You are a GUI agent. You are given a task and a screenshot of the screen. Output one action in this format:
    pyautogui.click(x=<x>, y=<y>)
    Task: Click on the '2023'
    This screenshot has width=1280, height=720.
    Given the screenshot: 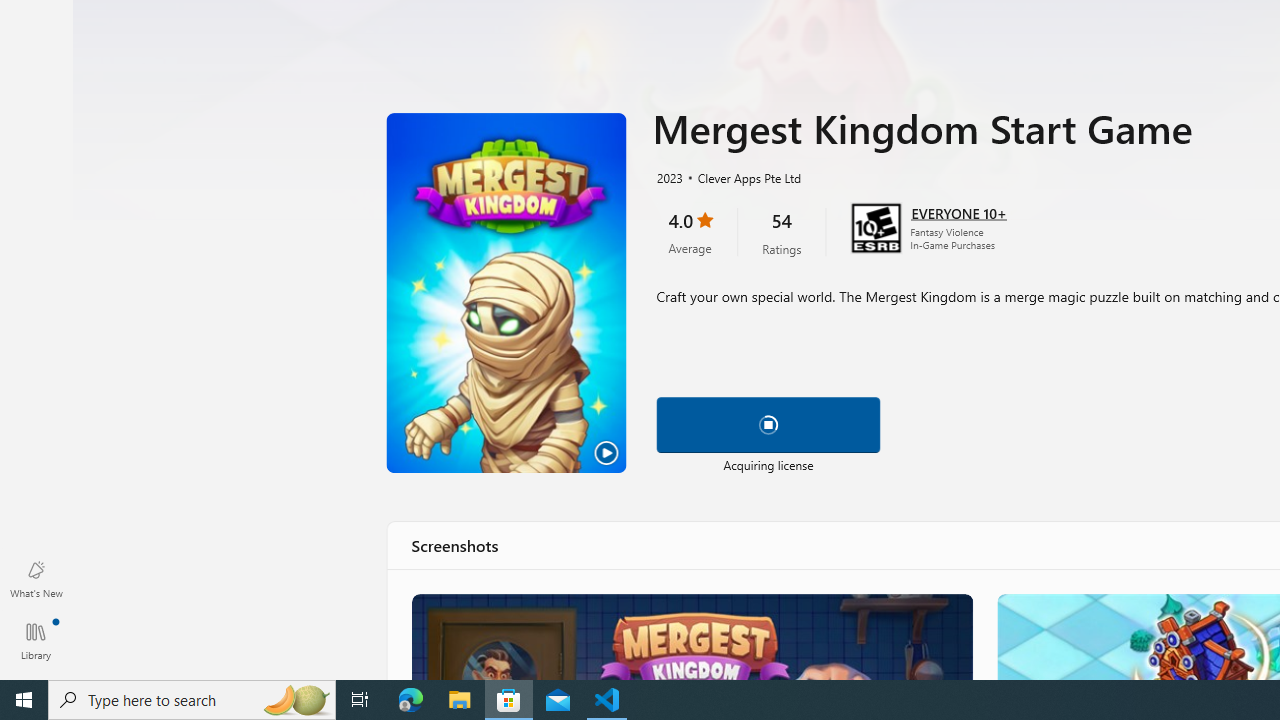 What is the action you would take?
    pyautogui.click(x=668, y=176)
    